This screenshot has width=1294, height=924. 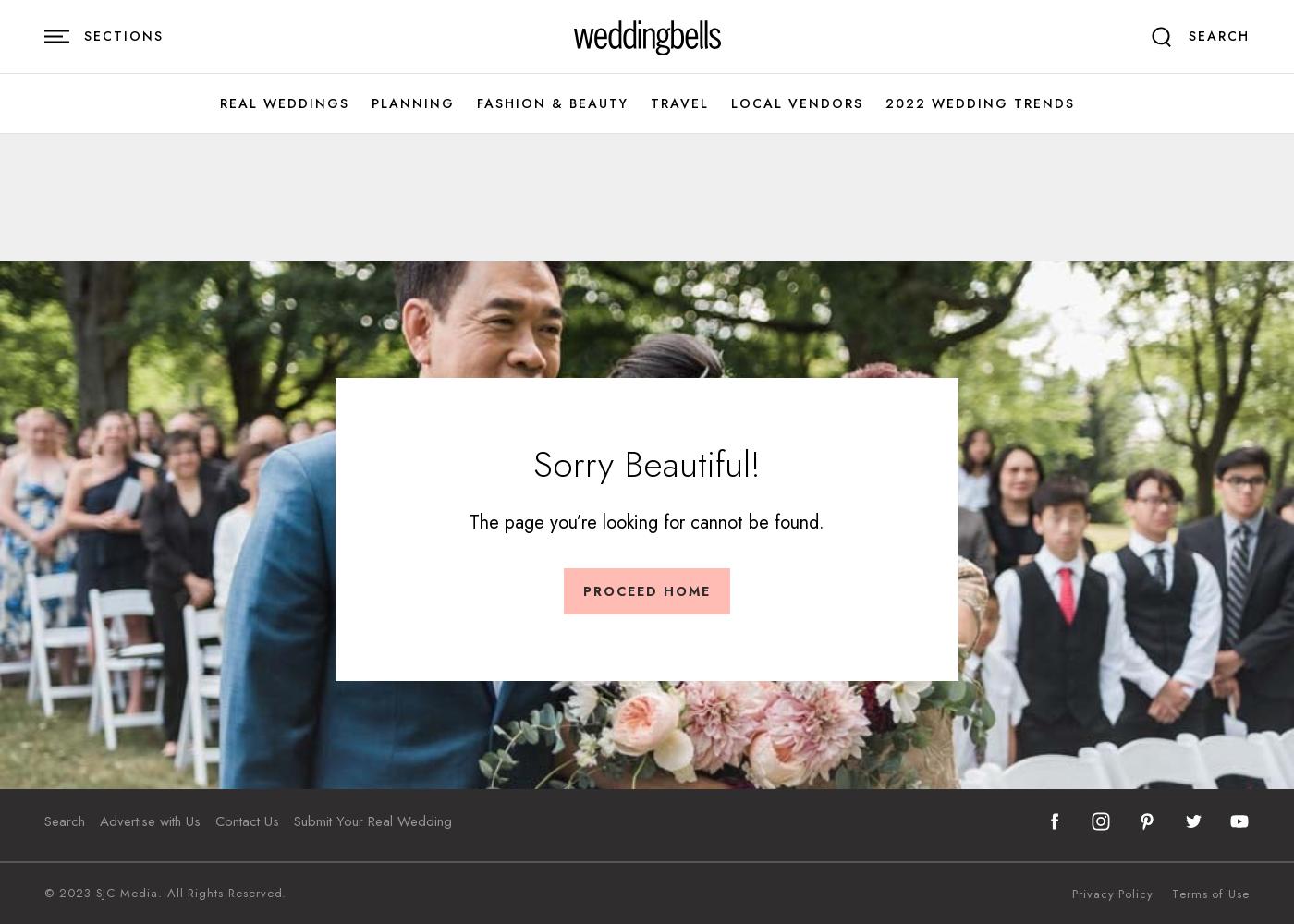 What do you see at coordinates (123, 36) in the screenshot?
I see `'Sections'` at bounding box center [123, 36].